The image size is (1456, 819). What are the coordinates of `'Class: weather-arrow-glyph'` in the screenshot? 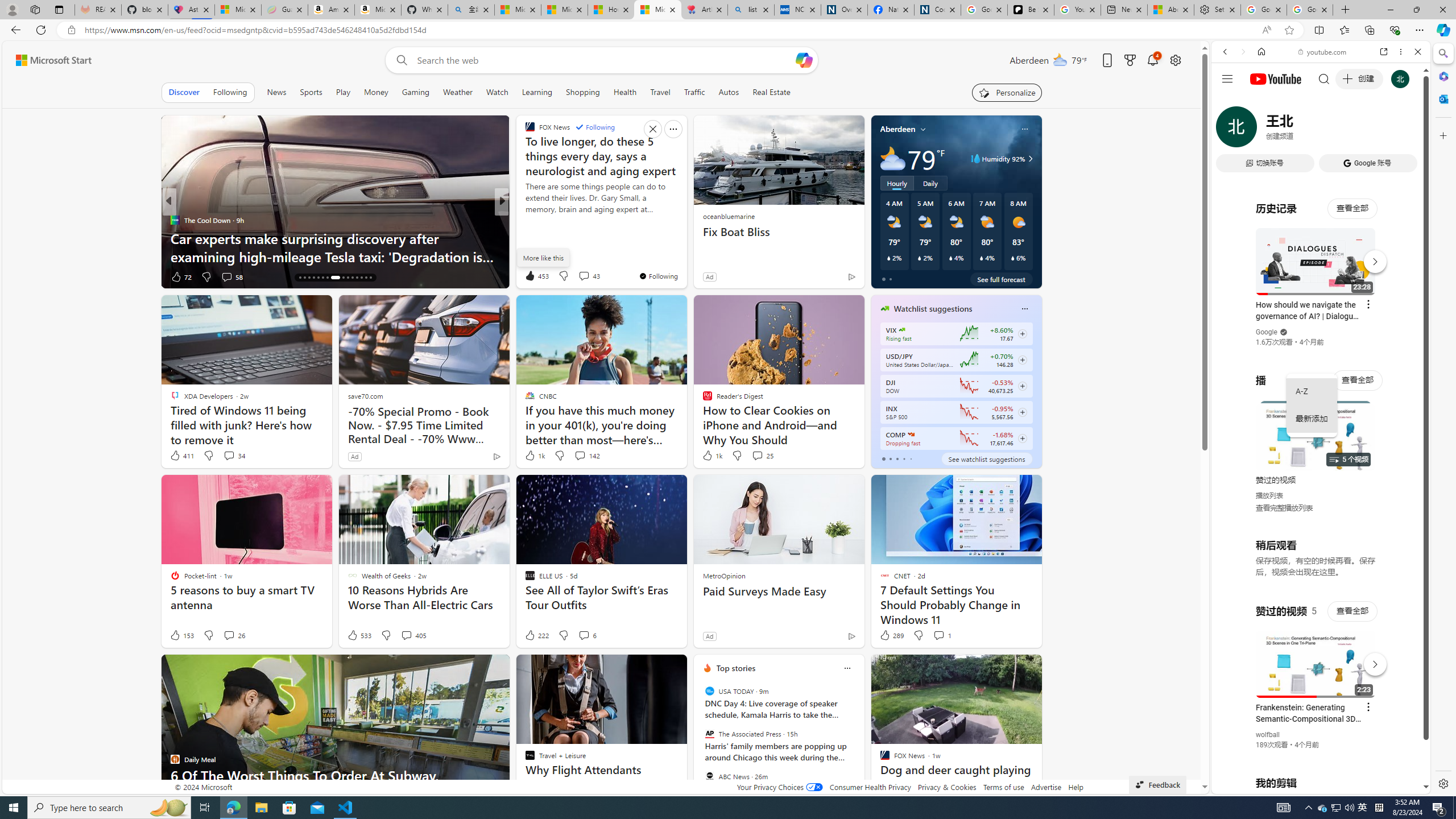 It's located at (1029, 159).